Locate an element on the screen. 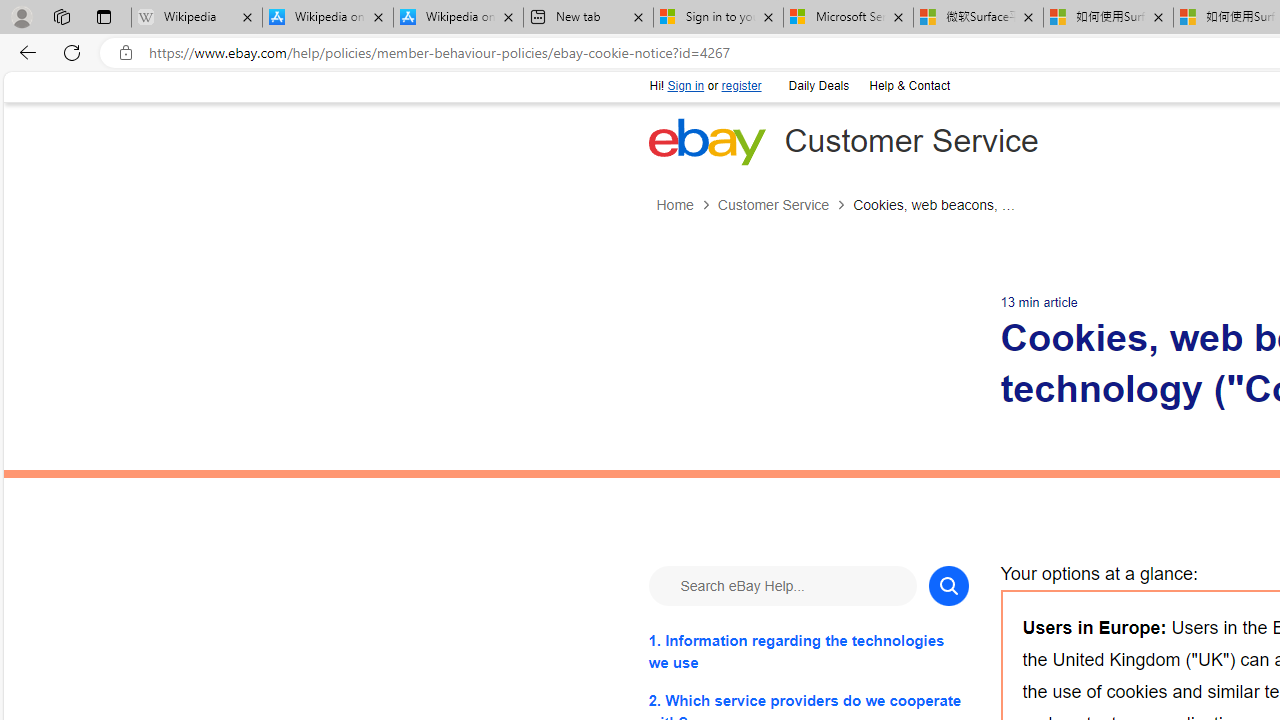 The image size is (1280, 720). 'Daily Deals' is located at coordinates (819, 86).